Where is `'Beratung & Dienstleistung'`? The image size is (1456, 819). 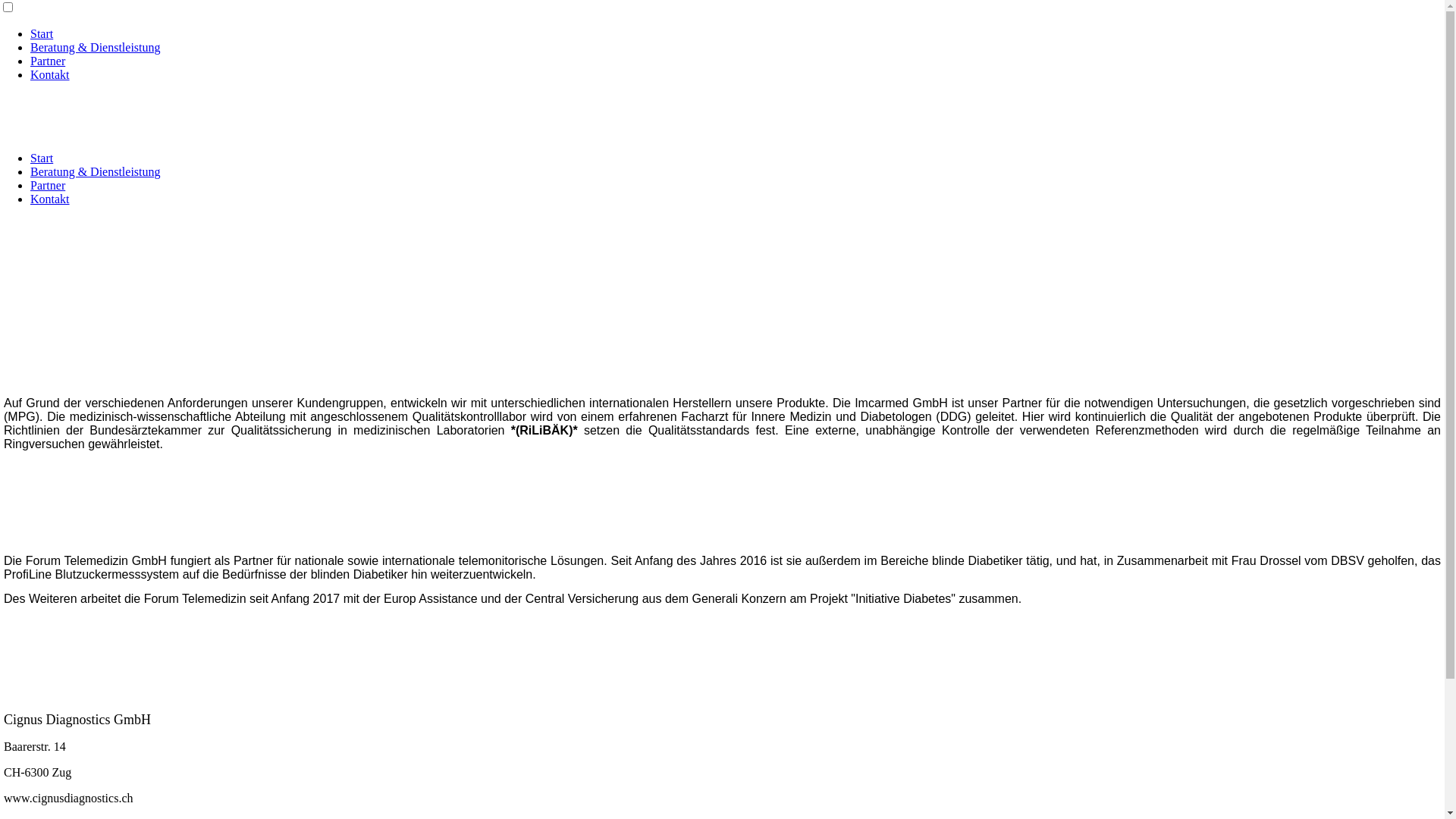
'Beratung & Dienstleistung' is located at coordinates (94, 46).